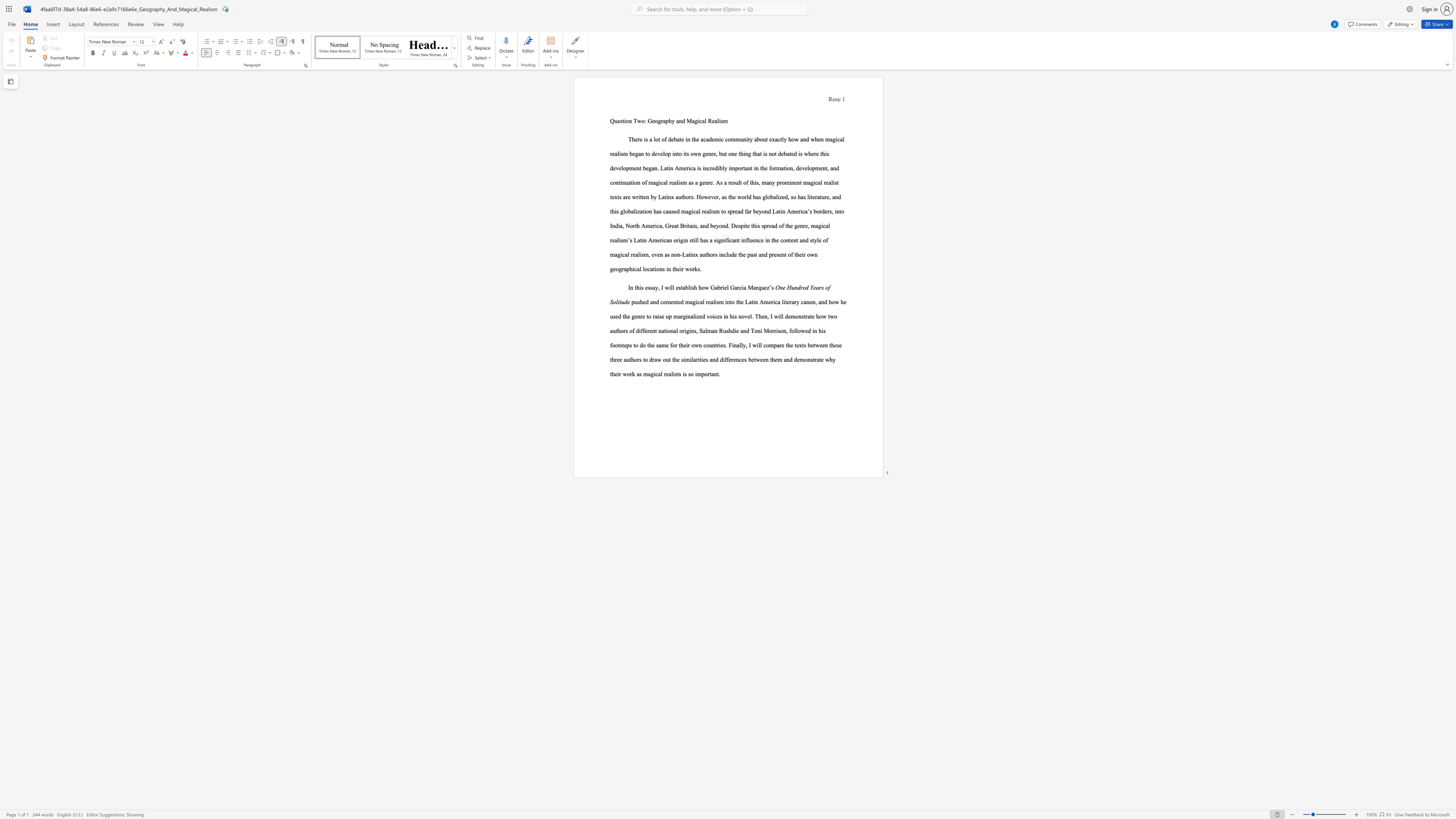 The width and height of the screenshot is (1456, 819). Describe the element at coordinates (662, 287) in the screenshot. I see `the 2th character "I" in the text` at that location.